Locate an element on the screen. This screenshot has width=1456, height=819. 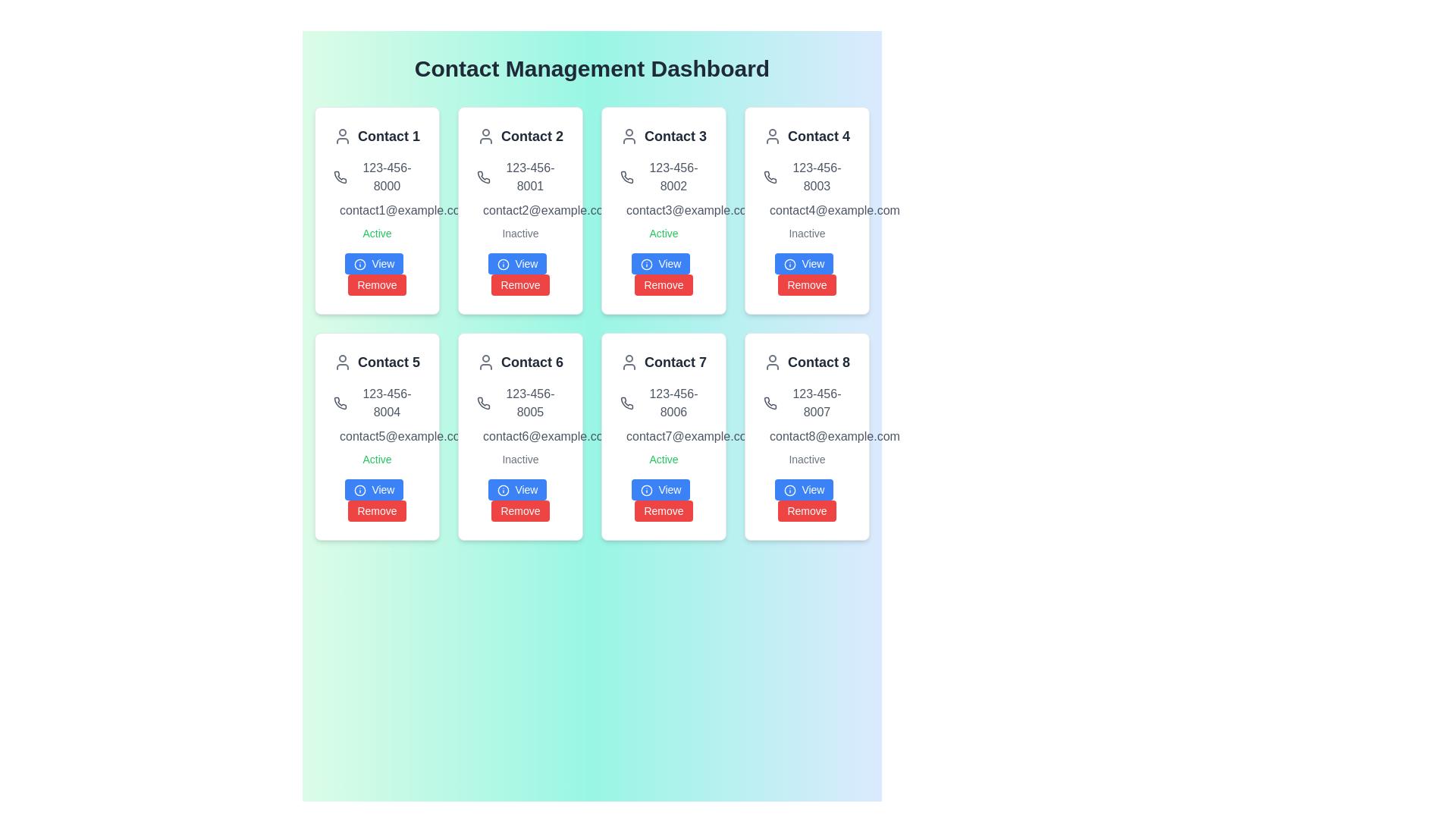
phone number displayed in the contact card for 'Contact 5', located below the name and above the email address is located at coordinates (377, 403).